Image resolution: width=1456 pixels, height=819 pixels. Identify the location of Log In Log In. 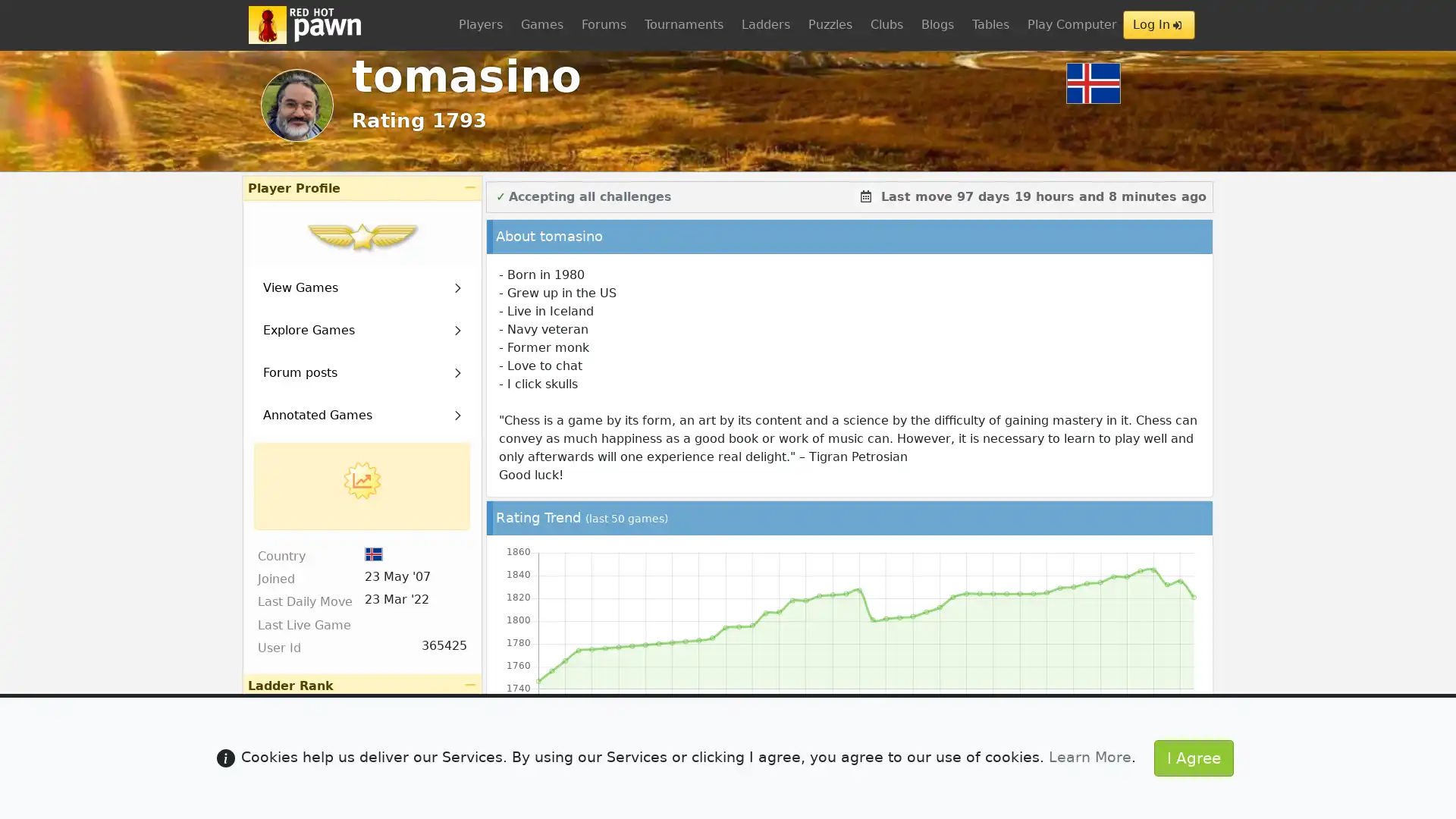
(1158, 25).